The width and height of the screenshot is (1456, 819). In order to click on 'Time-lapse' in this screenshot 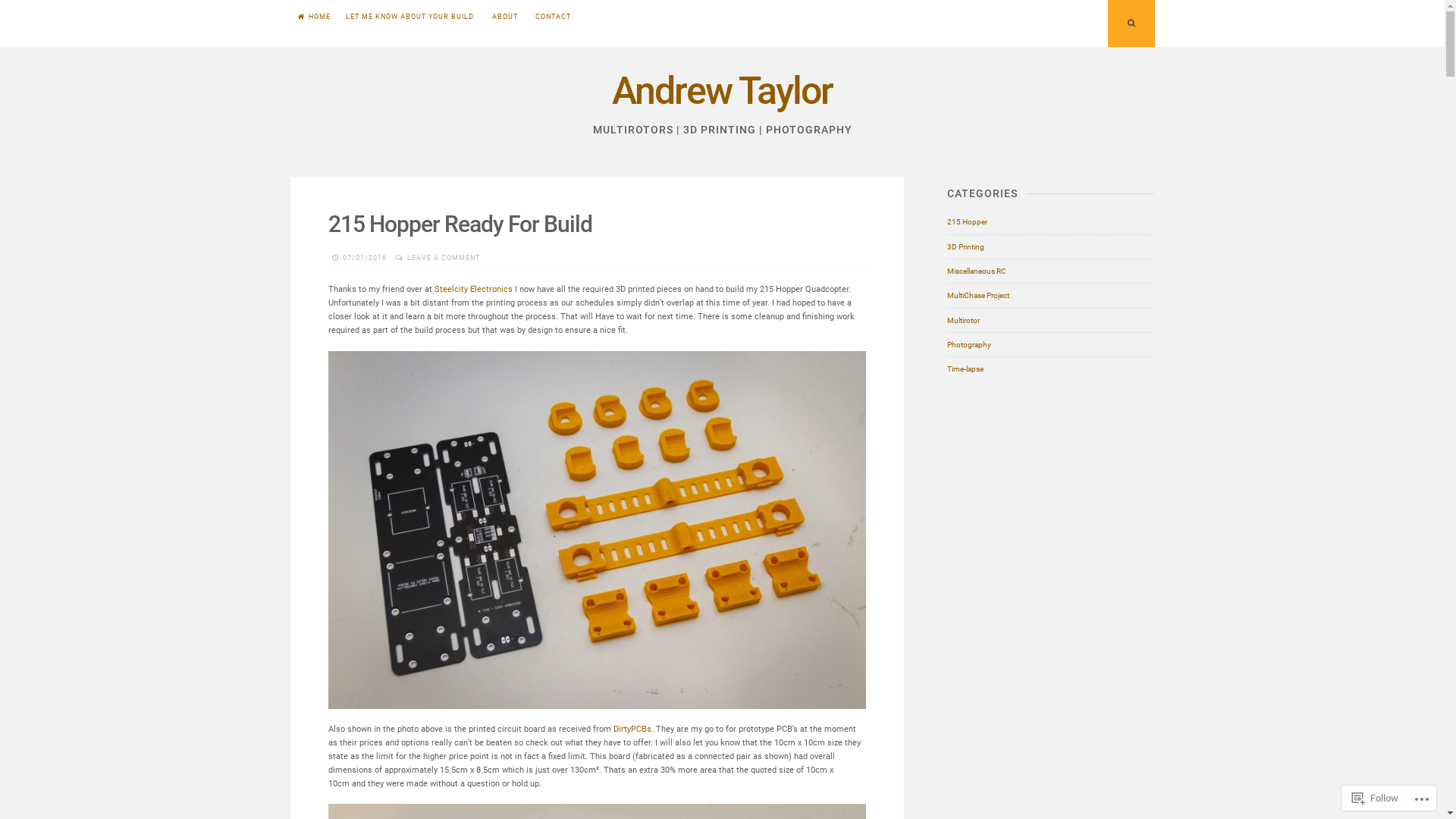, I will do `click(964, 369)`.